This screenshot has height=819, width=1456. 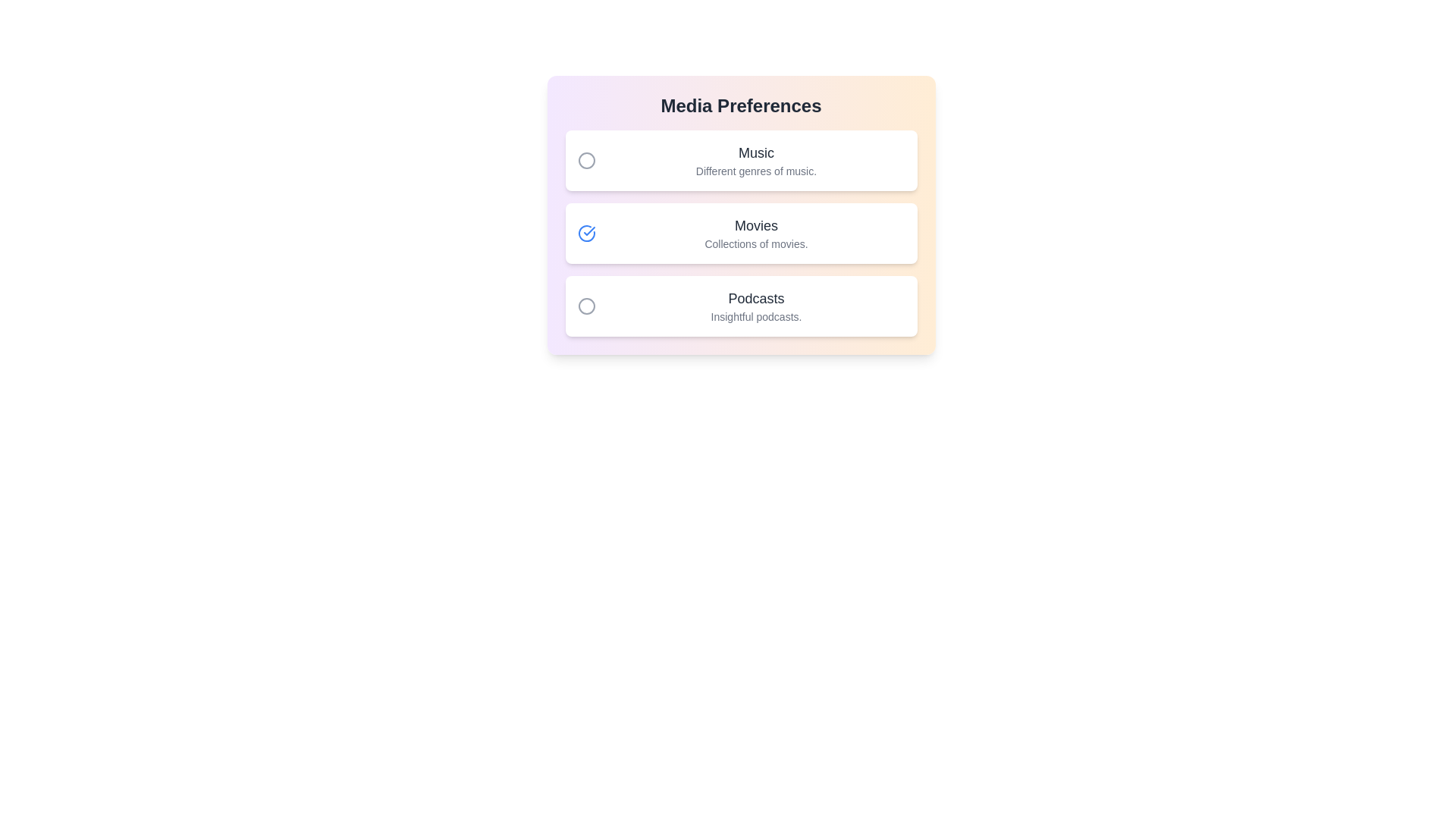 What do you see at coordinates (585, 234) in the screenshot?
I see `the toggle button next to 'Movies' to enable or disable its preference` at bounding box center [585, 234].